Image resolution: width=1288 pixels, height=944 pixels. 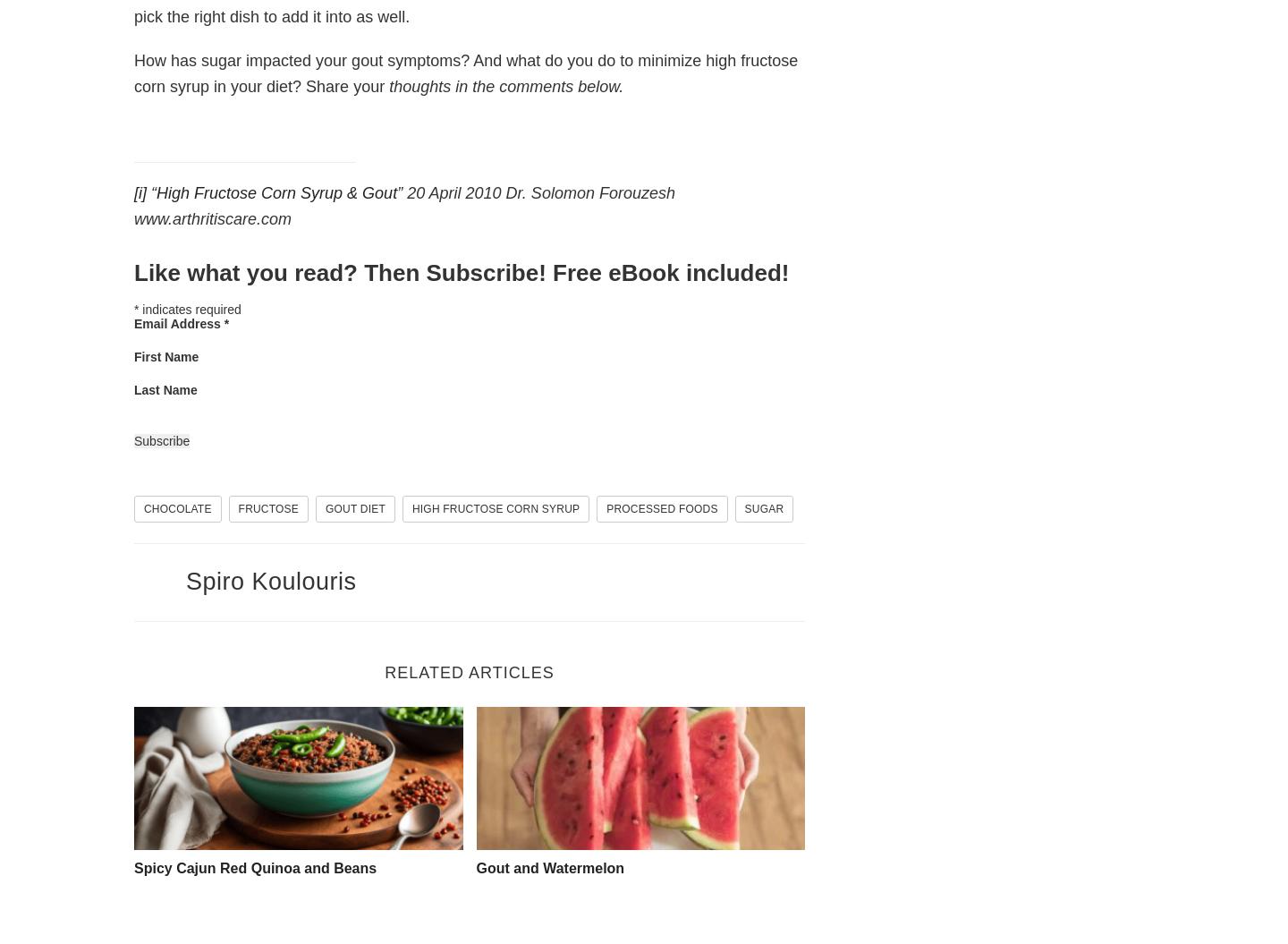 I want to click on '[i]', so click(x=139, y=191).